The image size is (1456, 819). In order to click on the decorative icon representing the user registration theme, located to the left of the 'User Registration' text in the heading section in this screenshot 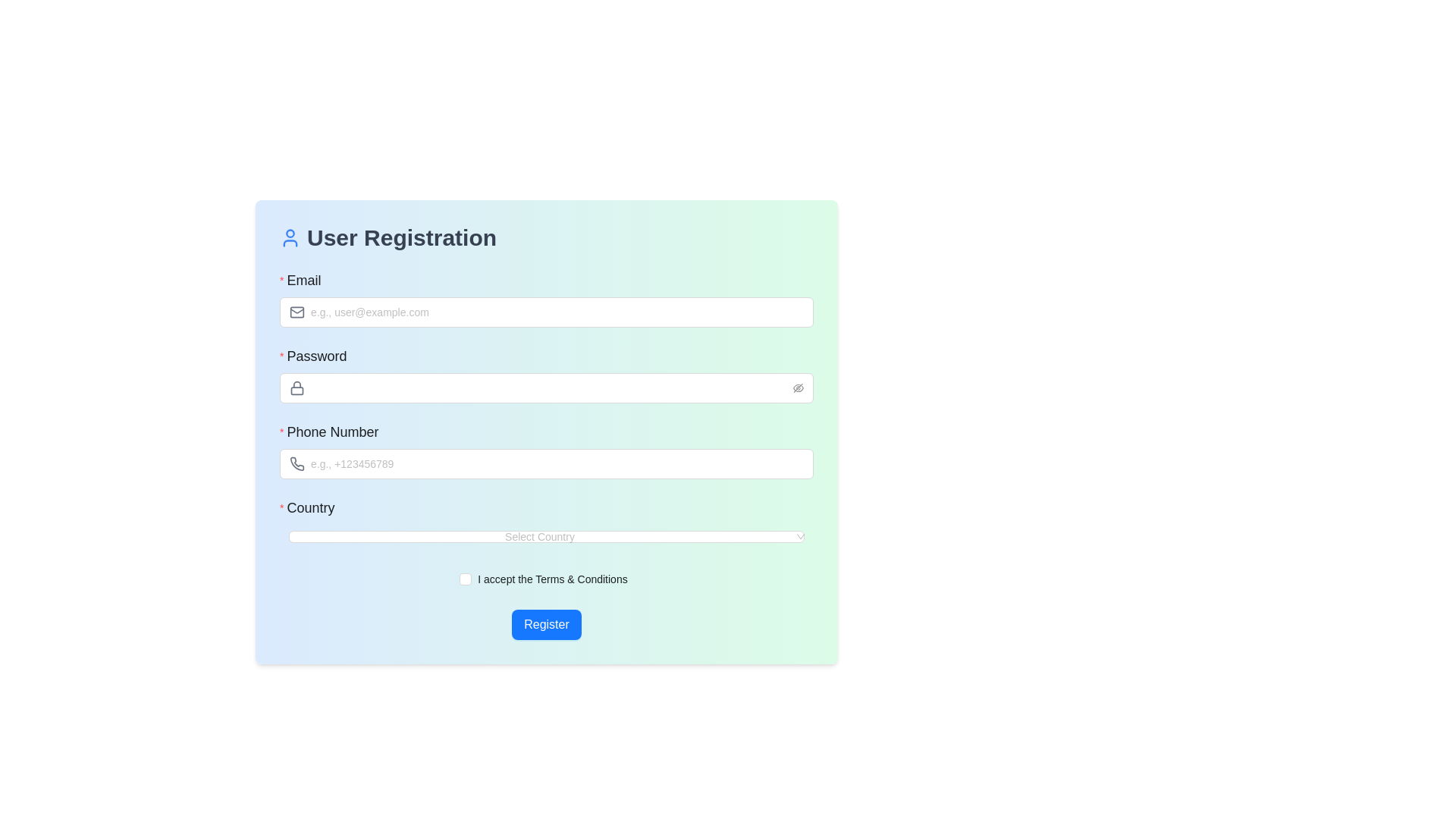, I will do `click(290, 237)`.